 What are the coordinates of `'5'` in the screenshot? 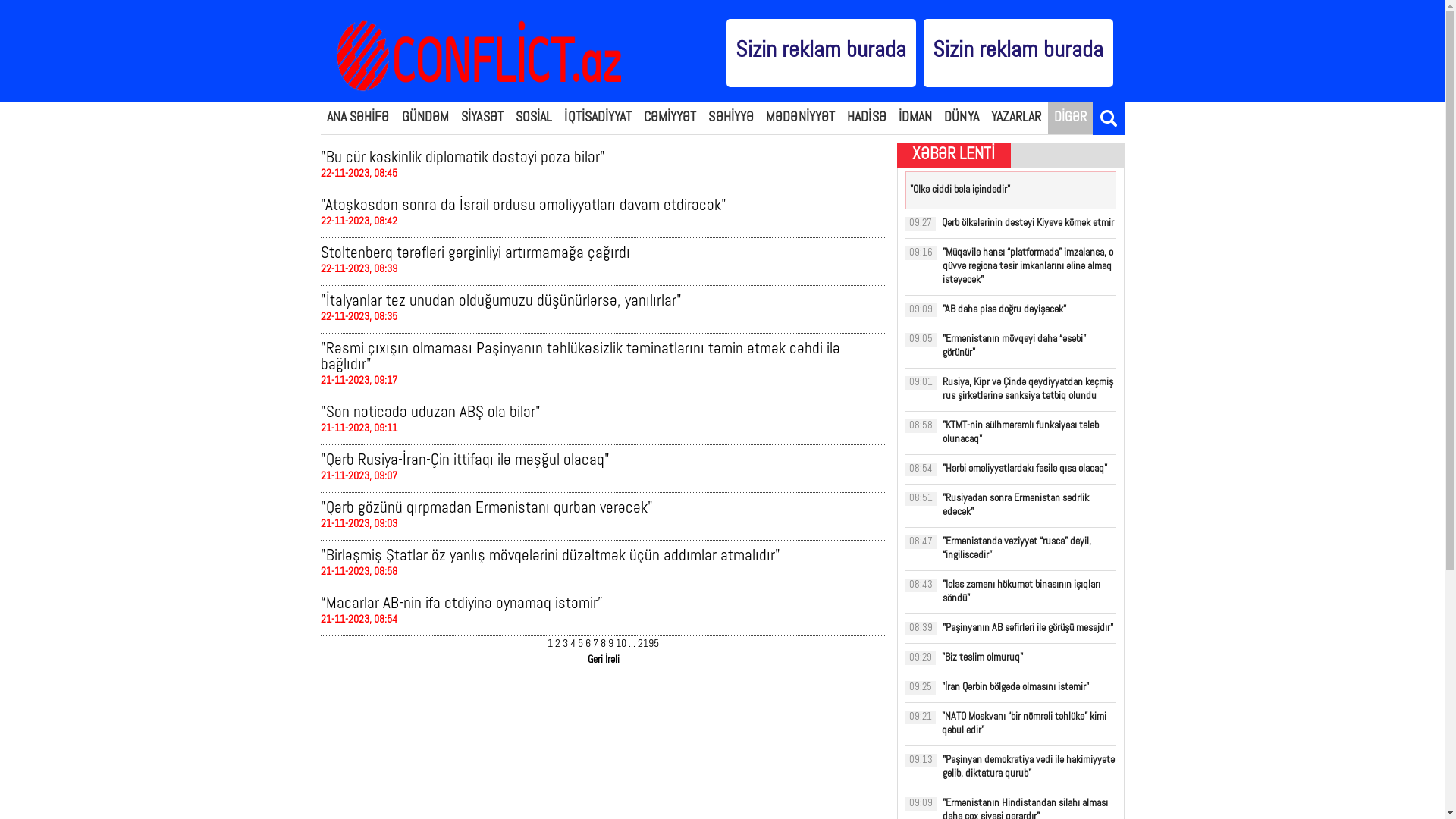 It's located at (579, 644).